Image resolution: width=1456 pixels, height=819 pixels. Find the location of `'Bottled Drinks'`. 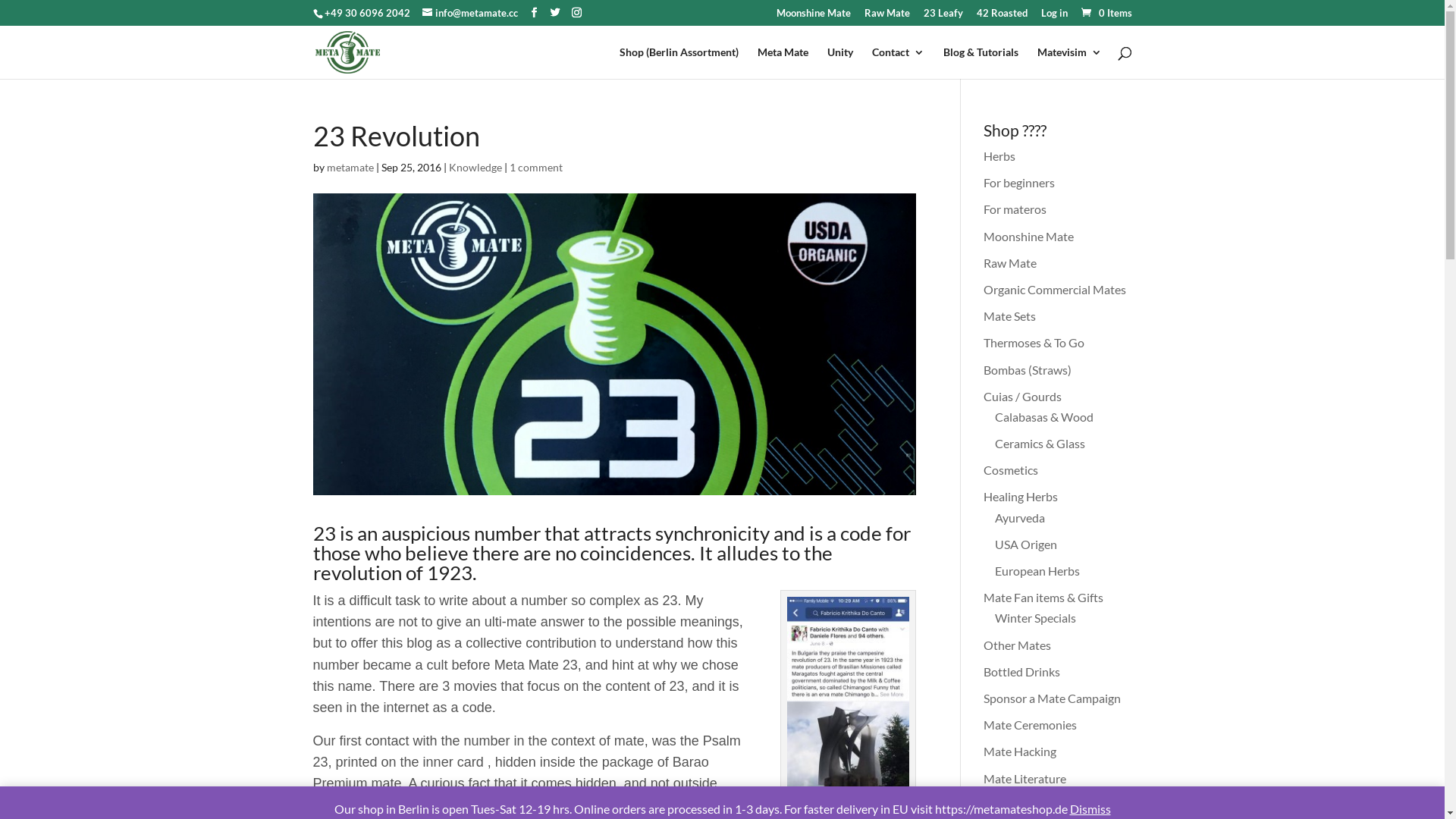

'Bottled Drinks' is located at coordinates (983, 670).